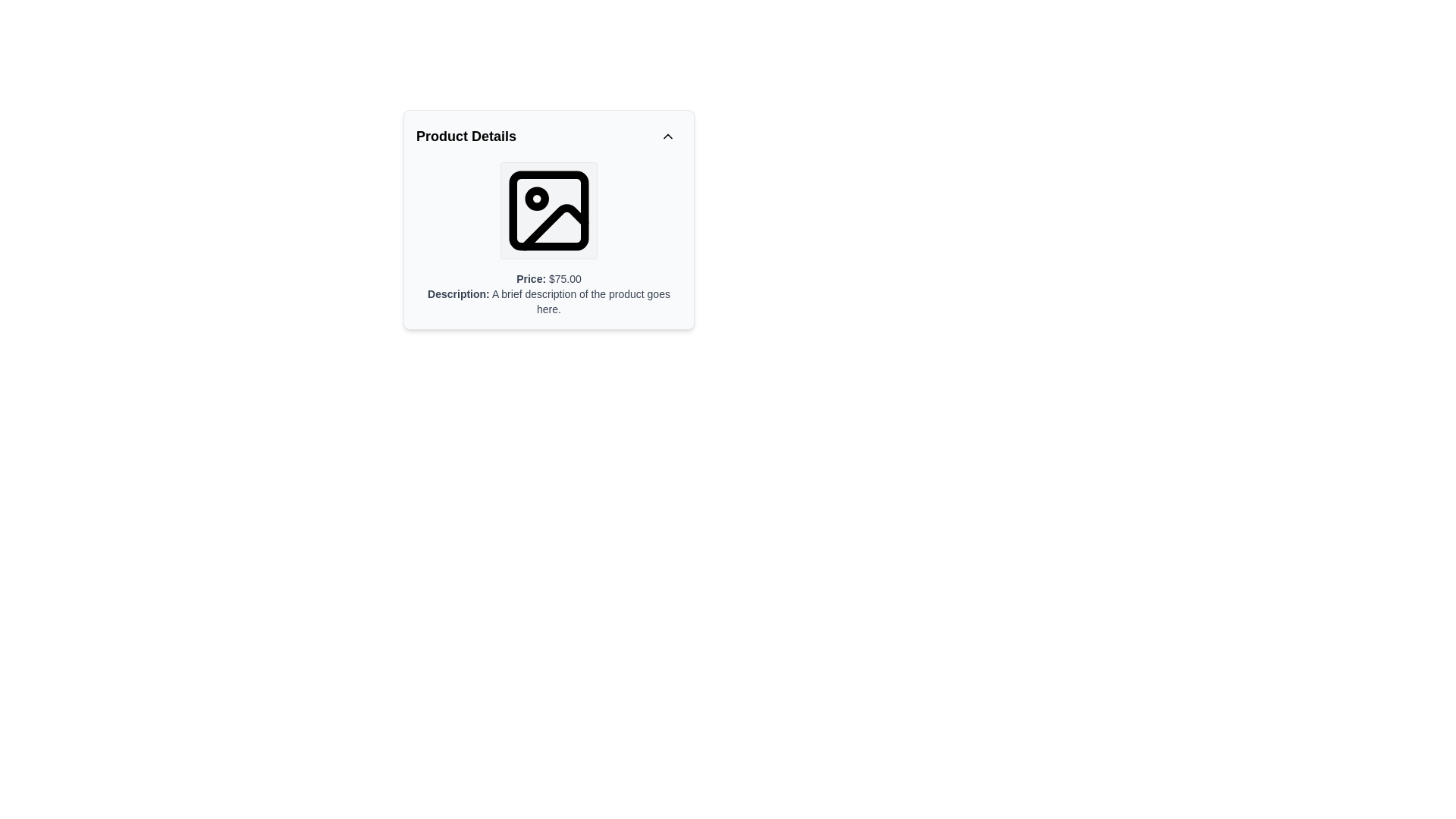 The width and height of the screenshot is (1456, 819). Describe the element at coordinates (457, 294) in the screenshot. I see `the label displaying the text 'Description:' which is bold and dark-colored, located at the upper-left corner of the description field` at that location.